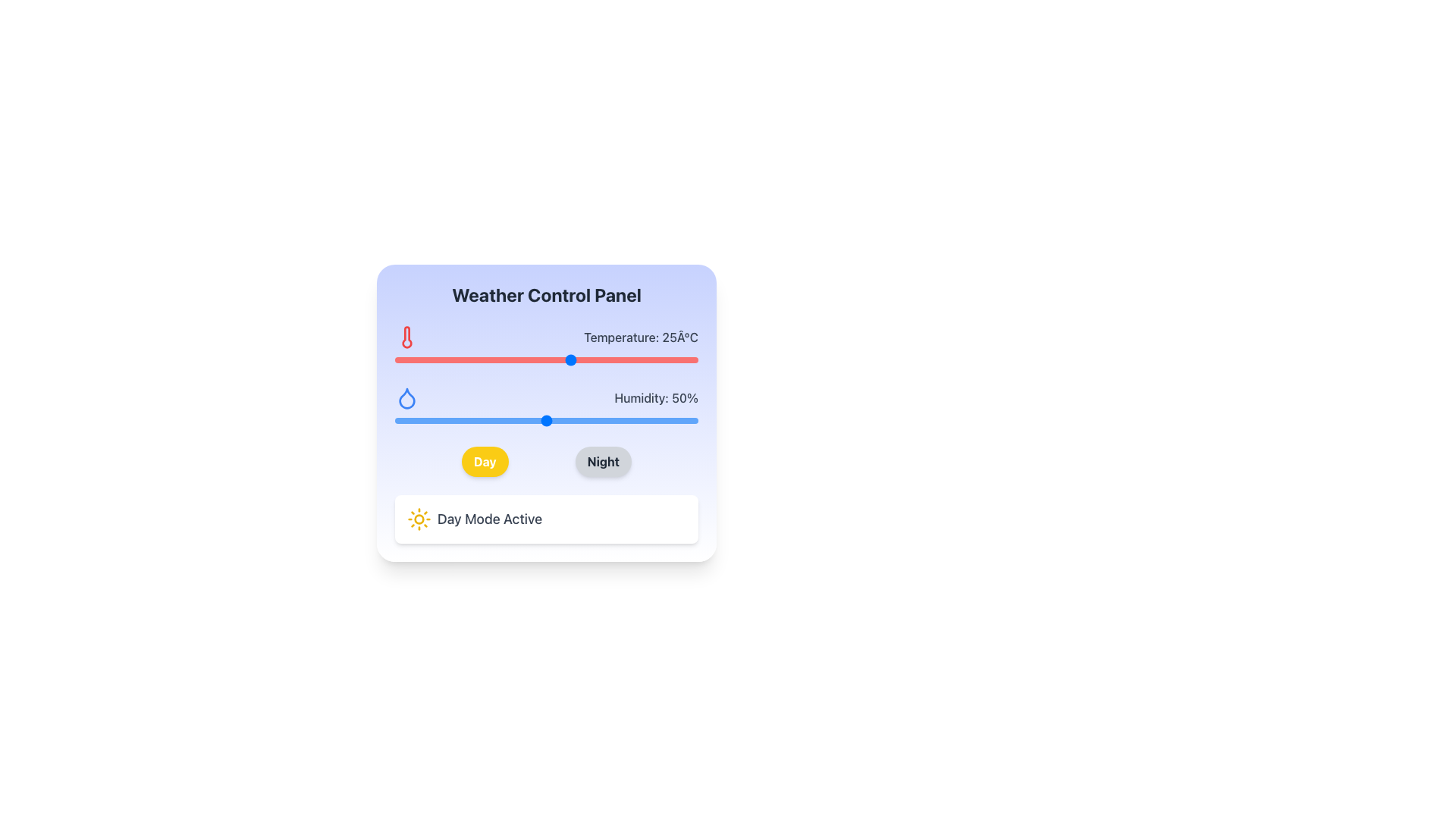  Describe the element at coordinates (582, 421) in the screenshot. I see `humidity` at that location.